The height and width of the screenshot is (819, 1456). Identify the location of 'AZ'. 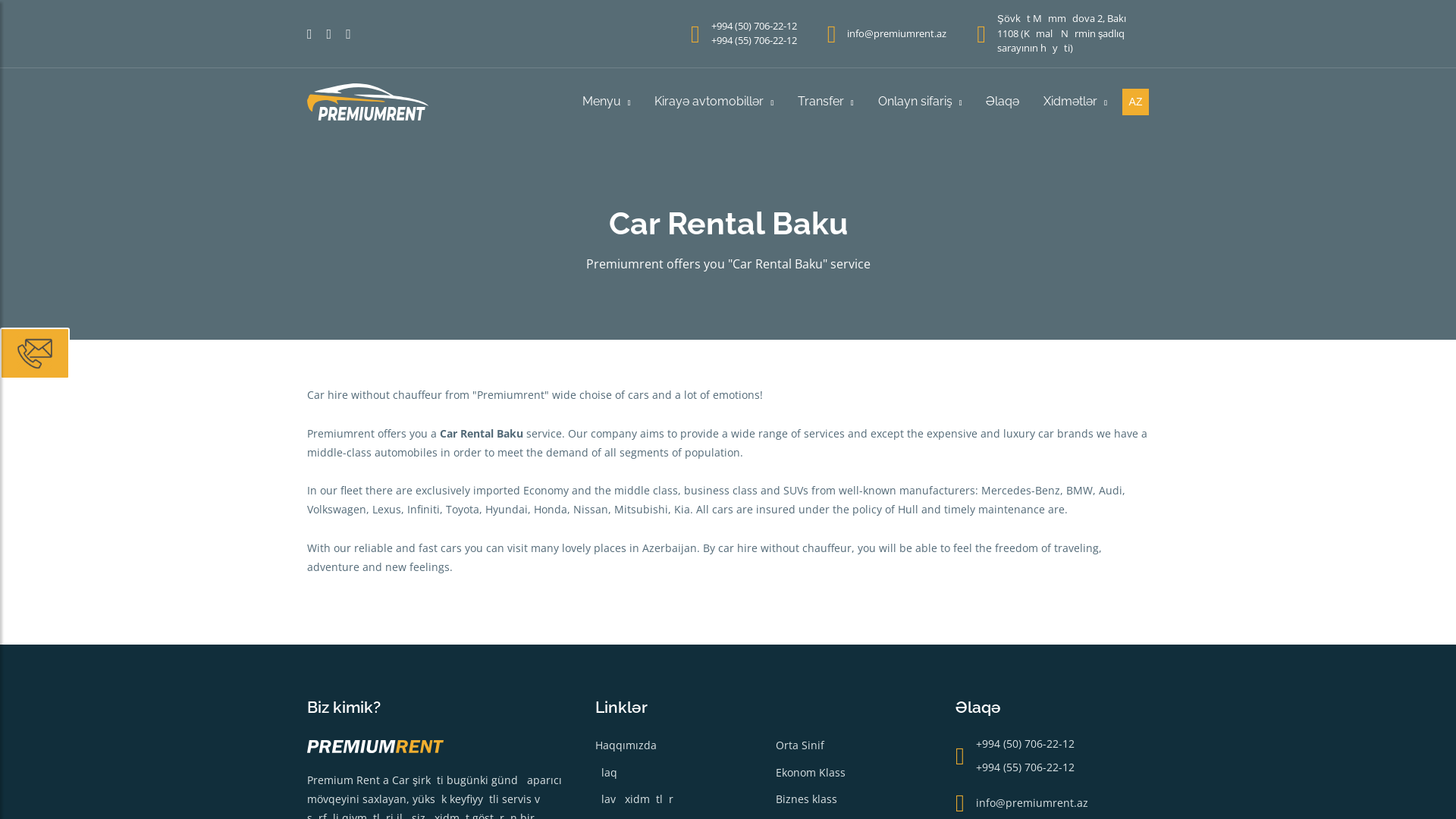
(1135, 102).